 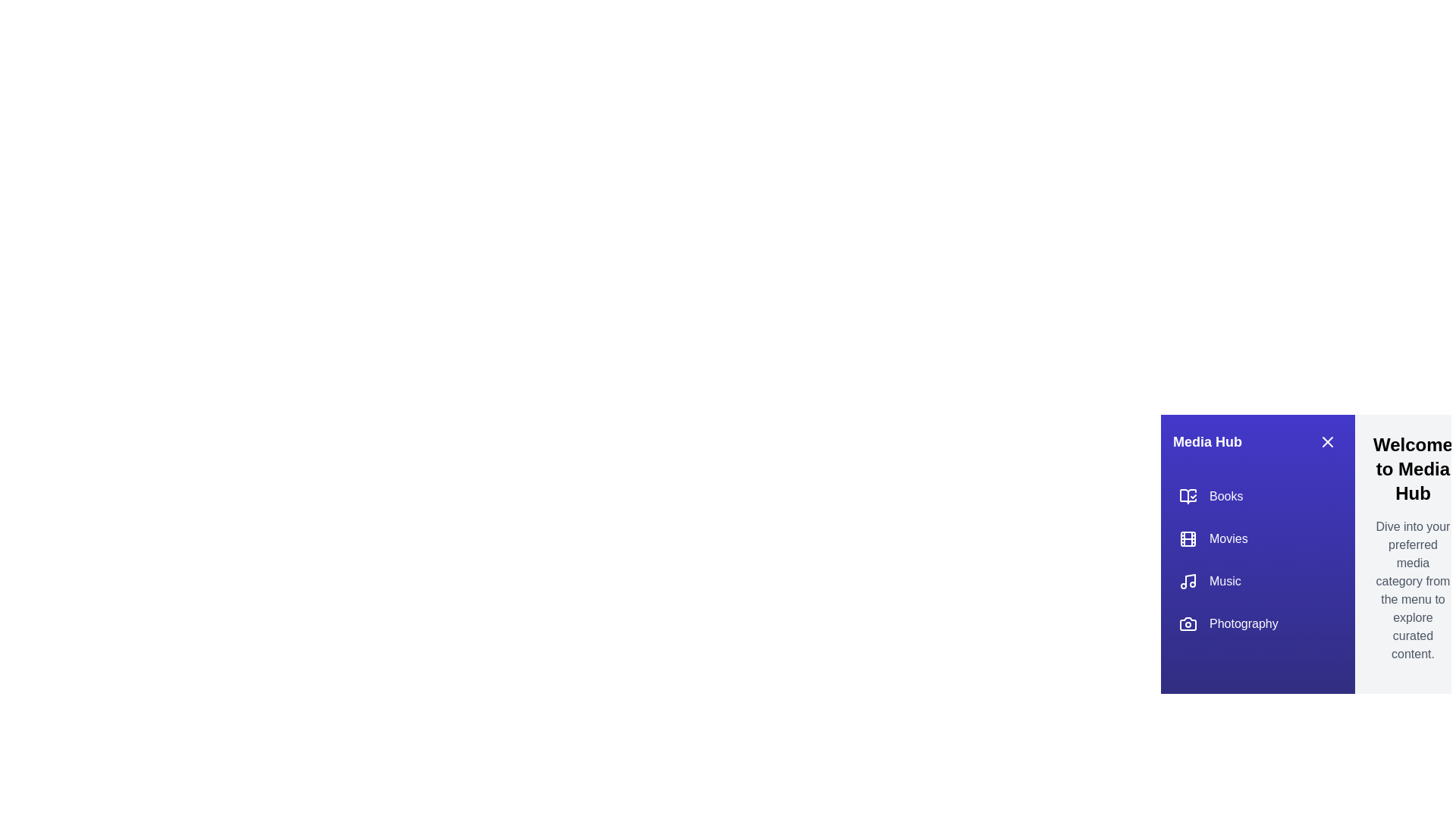 What do you see at coordinates (1187, 538) in the screenshot?
I see `the icon for the category Movies` at bounding box center [1187, 538].